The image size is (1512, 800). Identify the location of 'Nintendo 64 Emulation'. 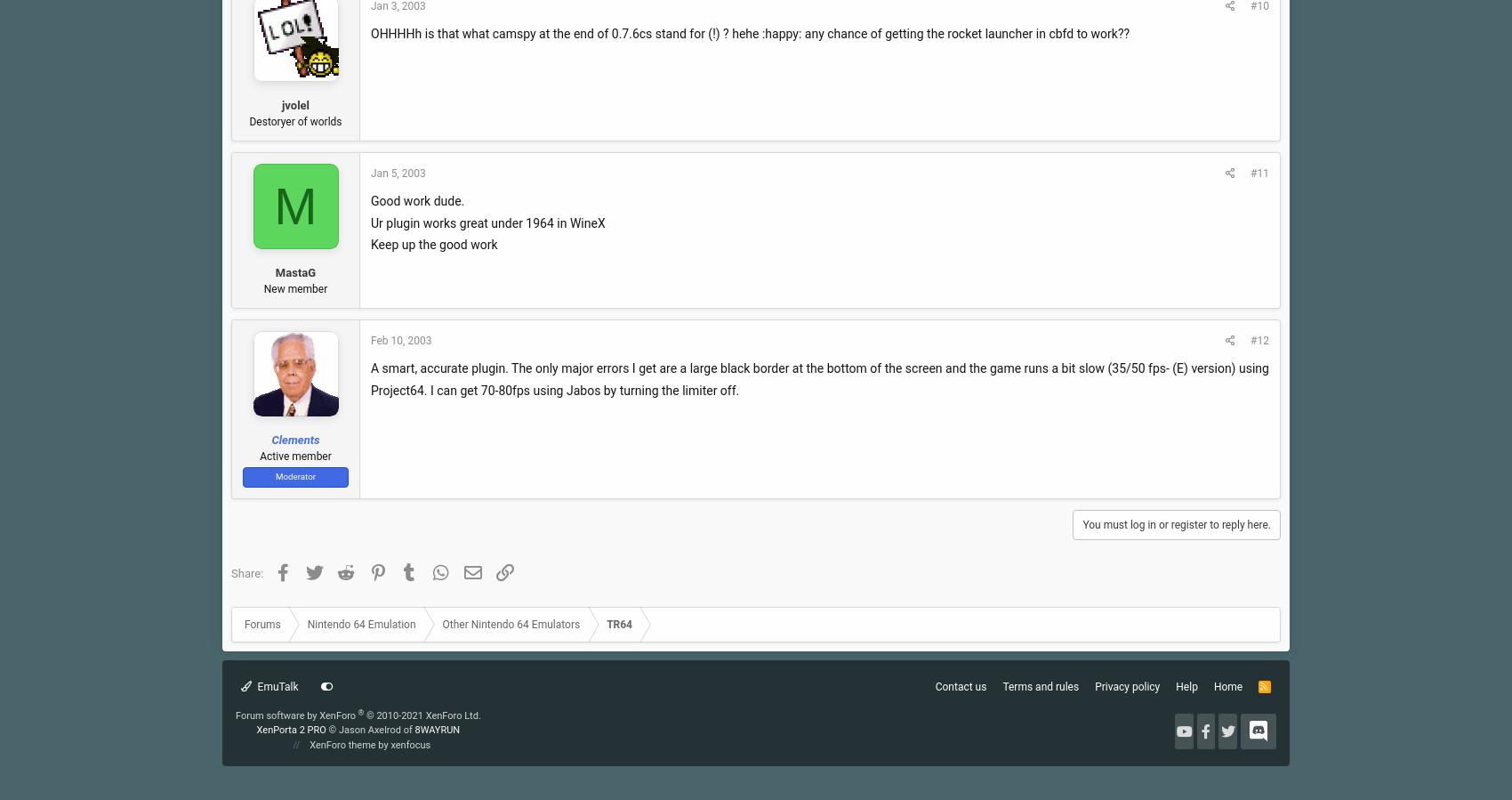
(359, 623).